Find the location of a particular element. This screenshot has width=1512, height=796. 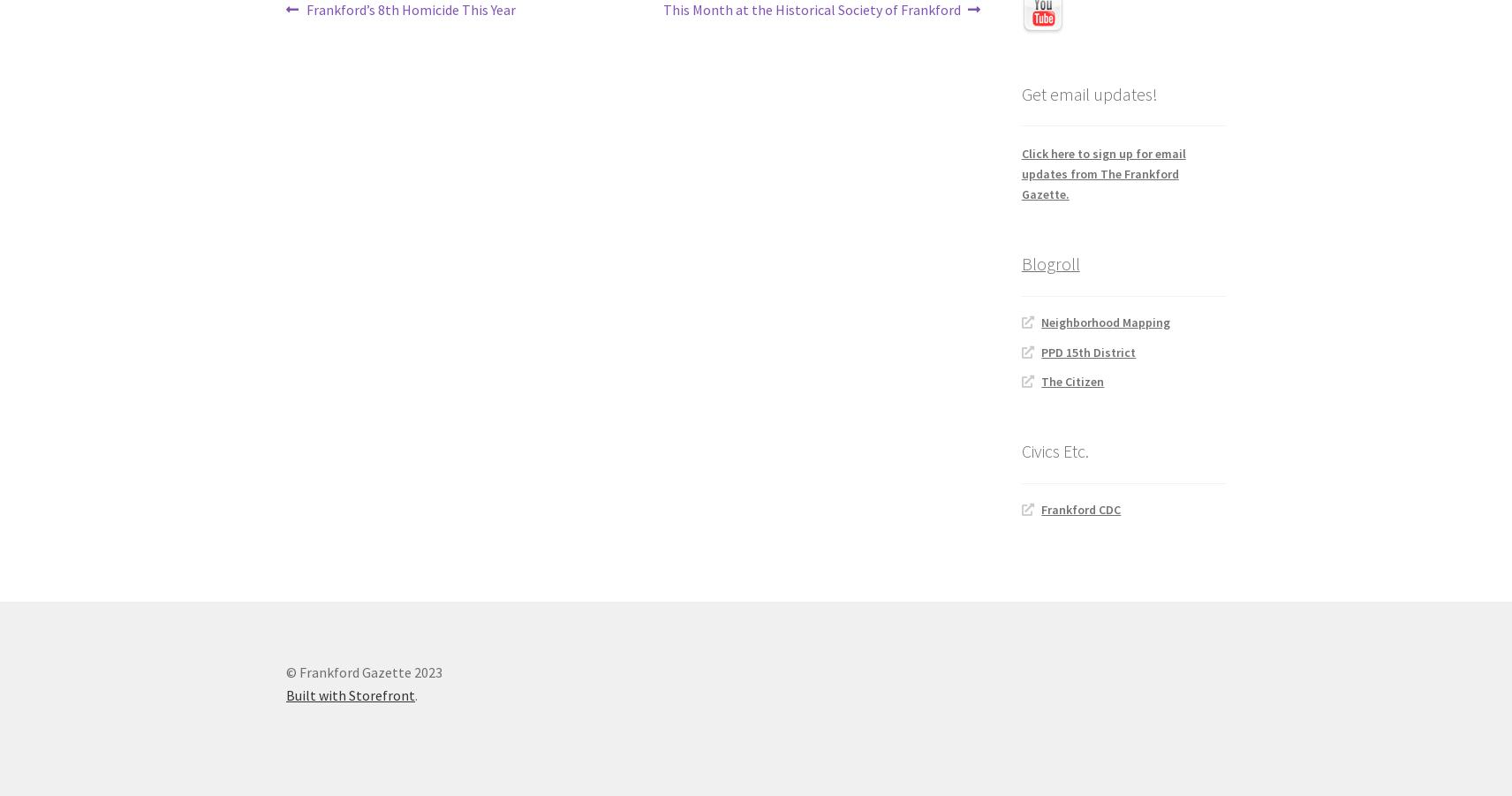

'The Citizen' is located at coordinates (1072, 381).